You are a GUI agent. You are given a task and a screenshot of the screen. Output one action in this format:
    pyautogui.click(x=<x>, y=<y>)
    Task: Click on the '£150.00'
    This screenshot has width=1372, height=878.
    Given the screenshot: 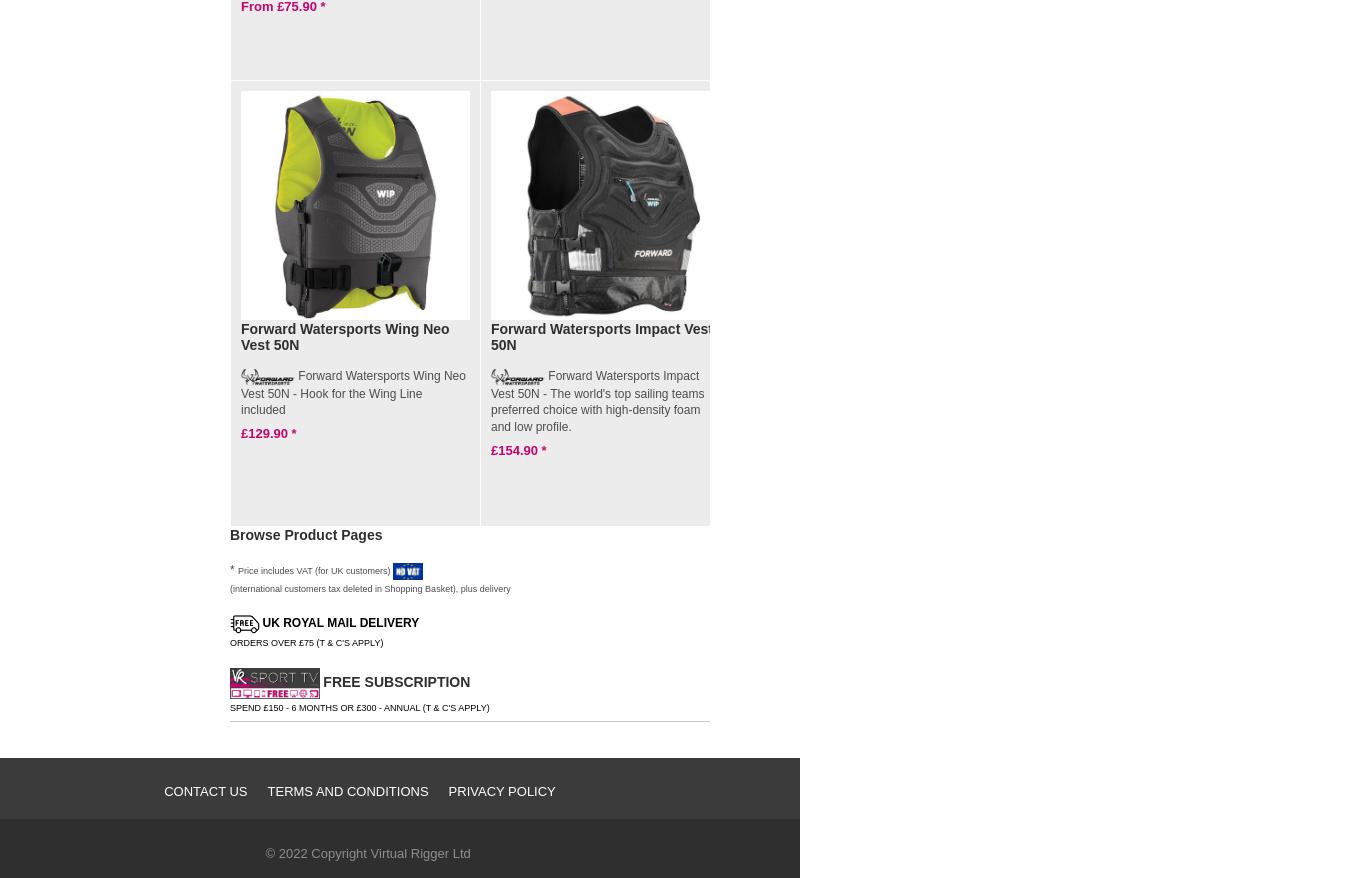 What is the action you would take?
    pyautogui.click(x=741, y=473)
    